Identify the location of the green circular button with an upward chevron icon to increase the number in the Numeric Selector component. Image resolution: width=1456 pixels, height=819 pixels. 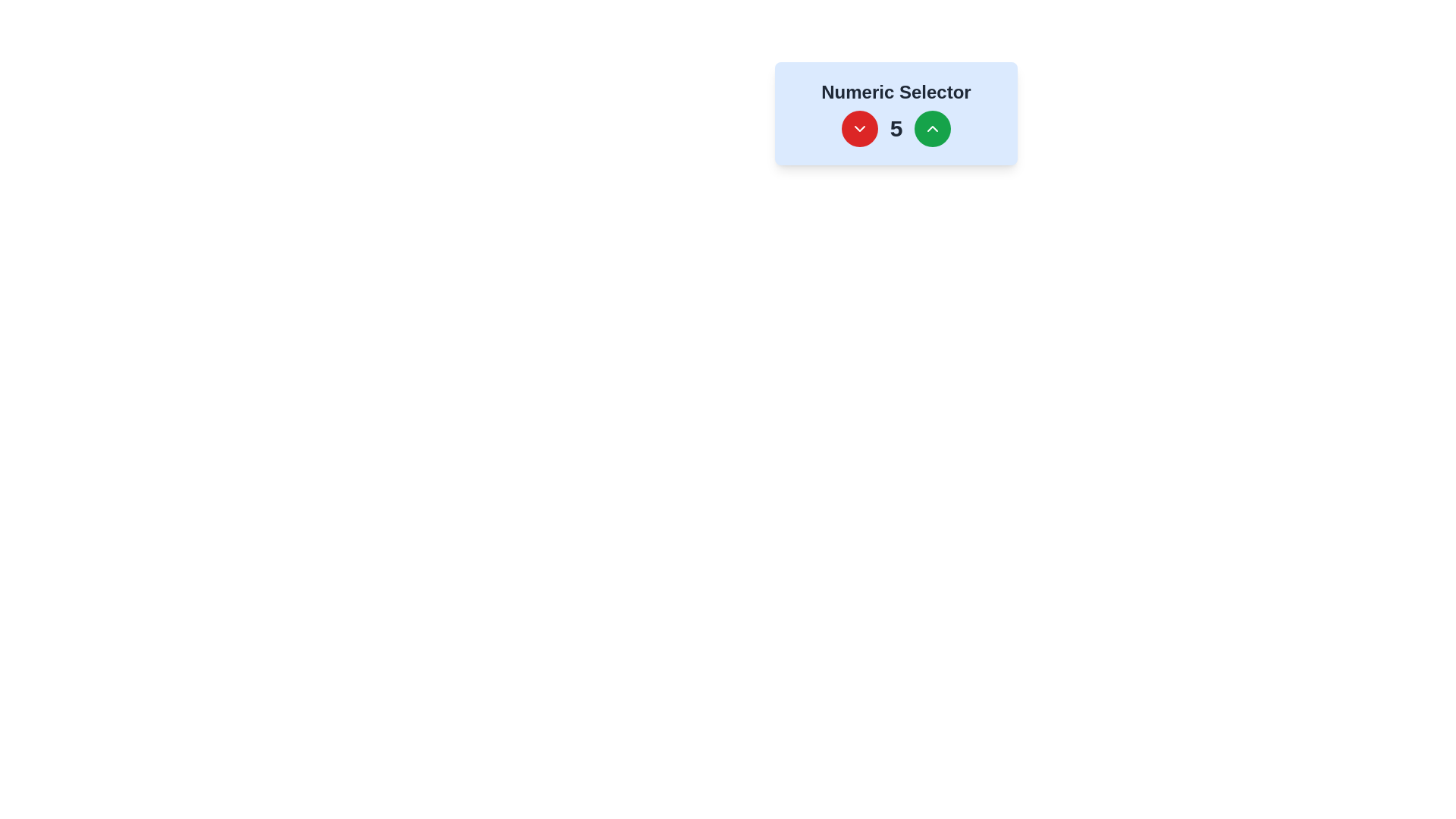
(896, 113).